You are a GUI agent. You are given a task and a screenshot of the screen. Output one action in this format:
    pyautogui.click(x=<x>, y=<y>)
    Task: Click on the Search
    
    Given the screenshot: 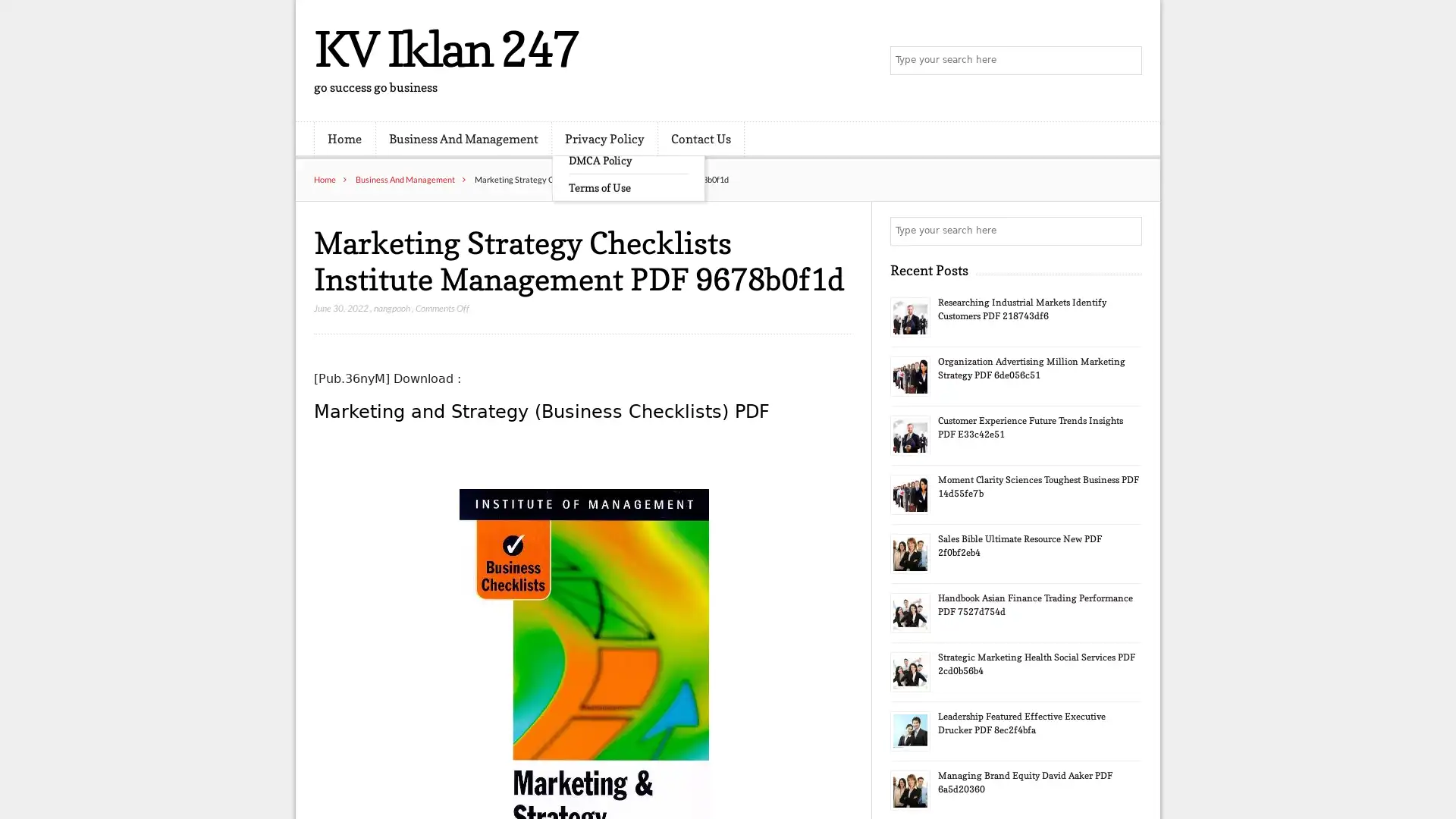 What is the action you would take?
    pyautogui.click(x=1126, y=61)
    